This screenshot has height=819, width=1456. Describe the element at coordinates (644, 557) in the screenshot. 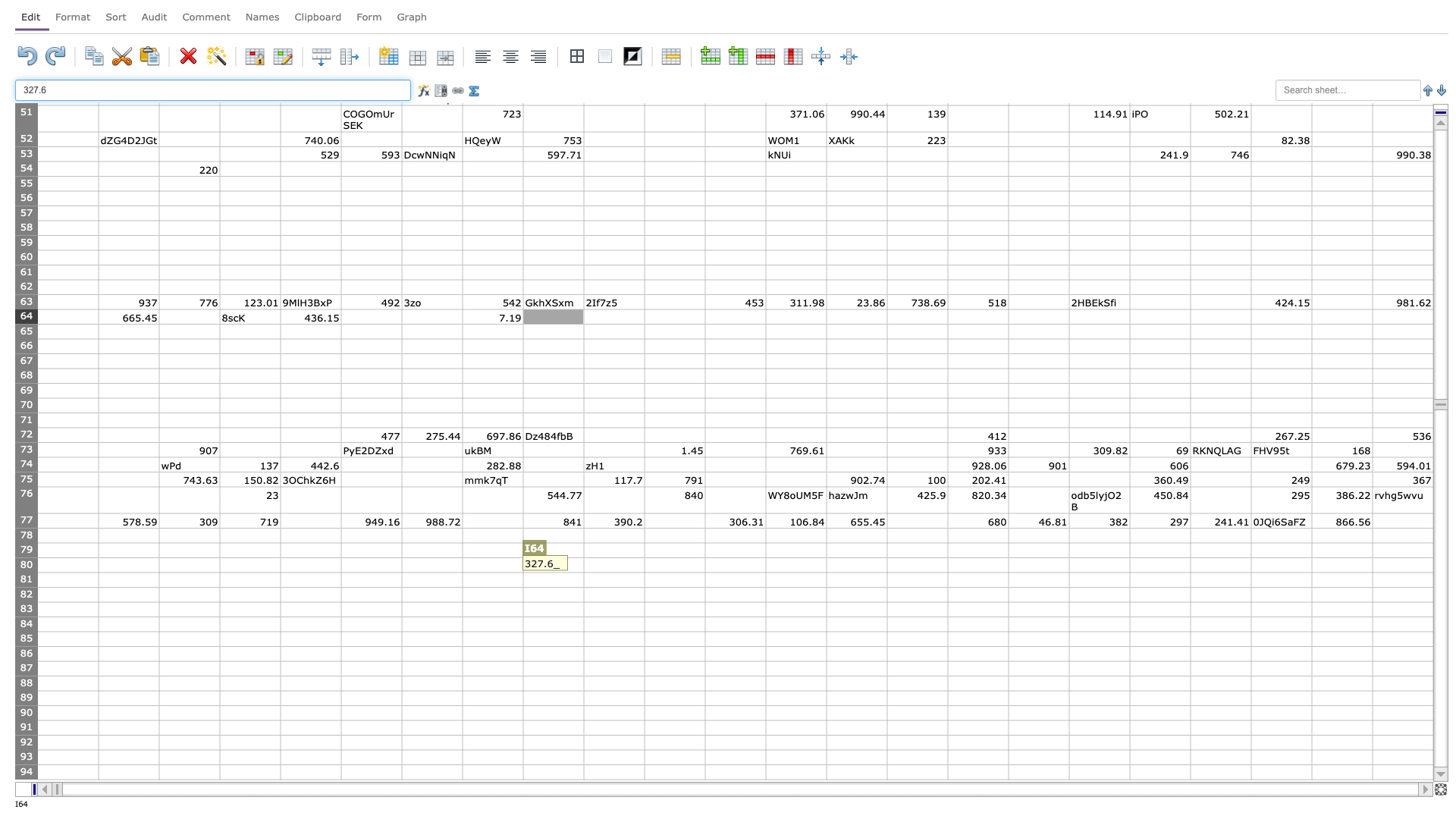

I see `Place cursor on top left corner of K80` at that location.